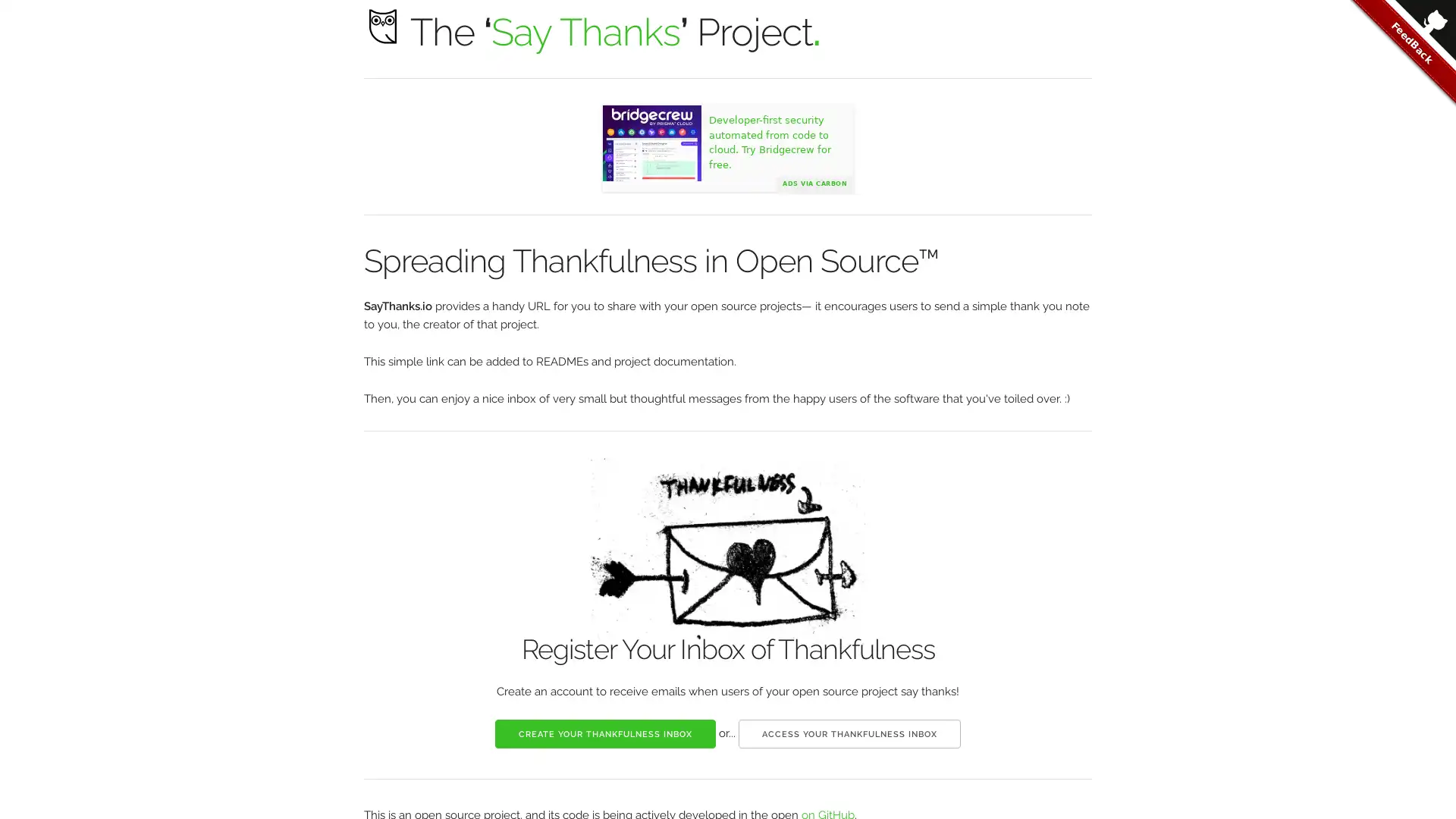 The height and width of the screenshot is (819, 1456). I want to click on CREATE YOUR THANKFULNESS INBOX, so click(604, 733).